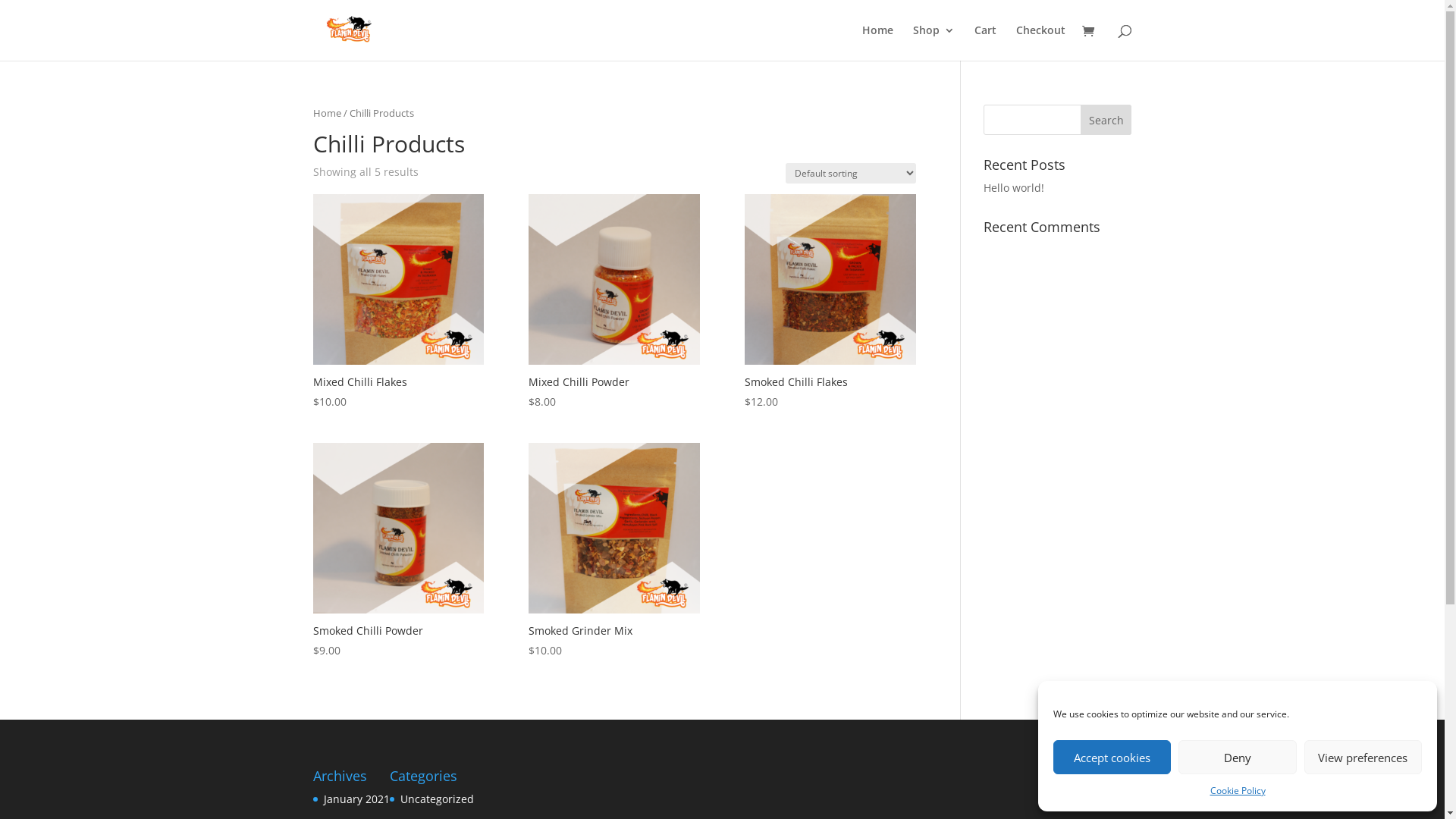  I want to click on 'Deny', so click(1237, 757).